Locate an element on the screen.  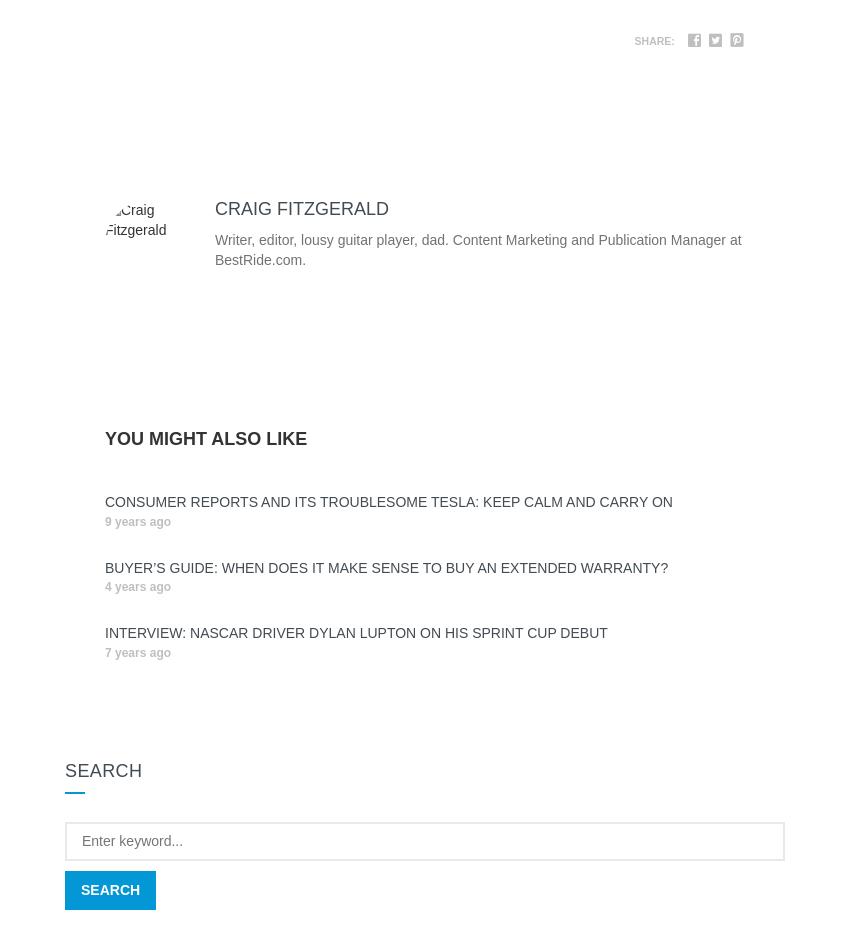
'INTERVIEW: NASCAR Driver Dylan Lupton On His Sprint Cup Debut' is located at coordinates (354, 632).